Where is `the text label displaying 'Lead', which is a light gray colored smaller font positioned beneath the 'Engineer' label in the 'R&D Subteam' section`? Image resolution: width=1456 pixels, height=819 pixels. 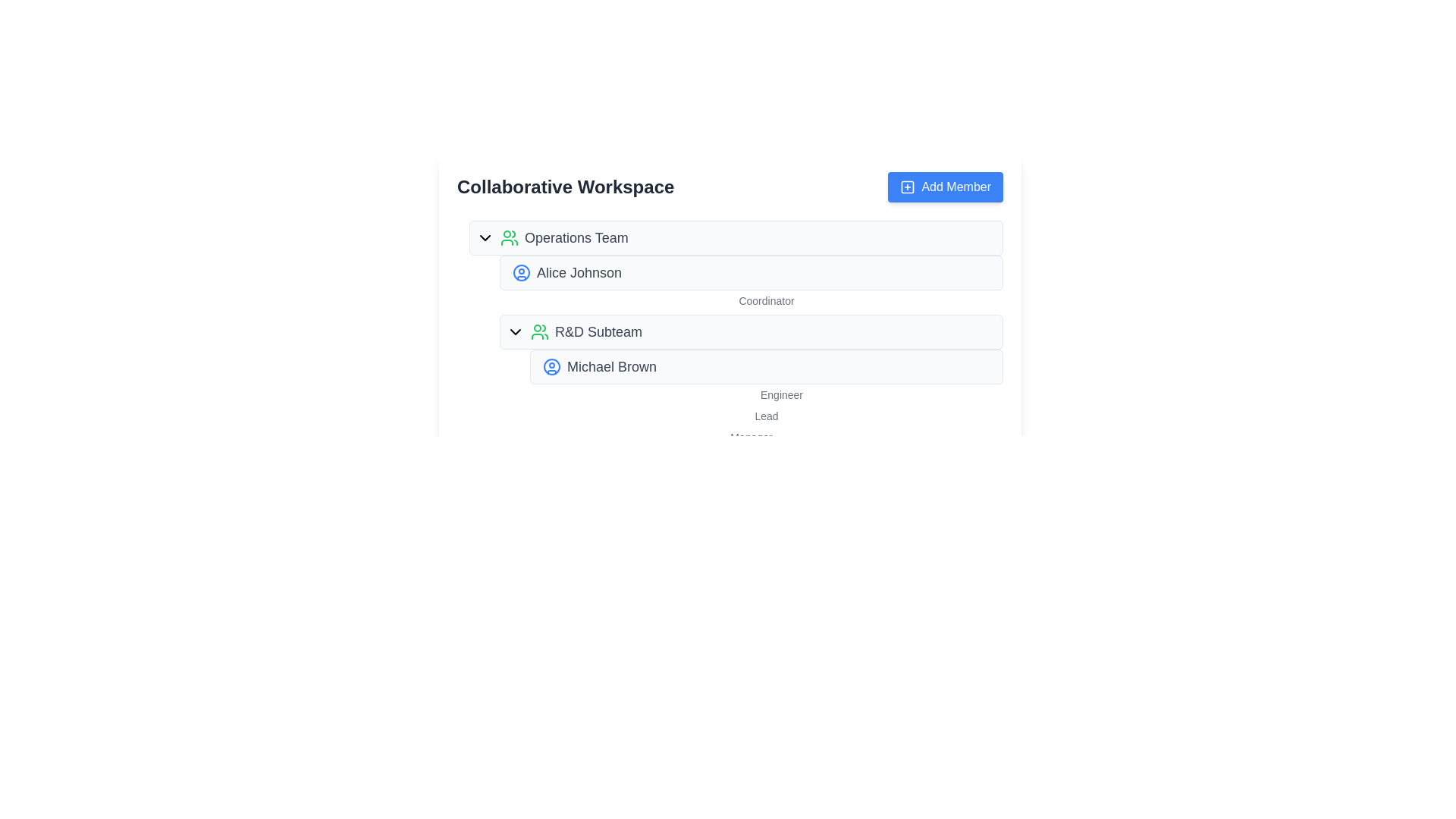 the text label displaying 'Lead', which is a light gray colored smaller font positioned beneath the 'Engineer' label in the 'R&D Subteam' section is located at coordinates (767, 416).